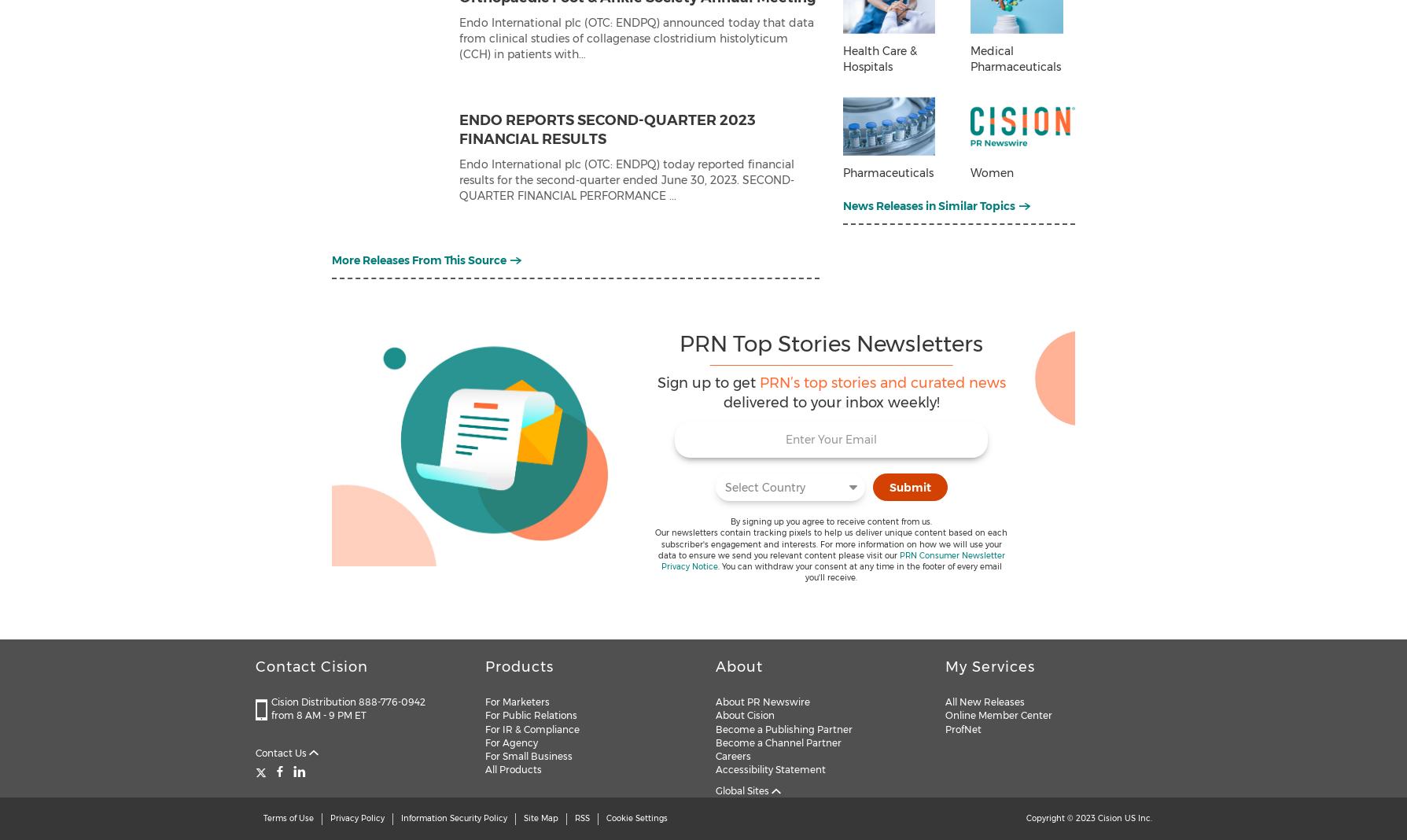 The width and height of the screenshot is (1407, 840). What do you see at coordinates (1061, 818) in the screenshot?
I see `'Copyright © 2023'` at bounding box center [1061, 818].